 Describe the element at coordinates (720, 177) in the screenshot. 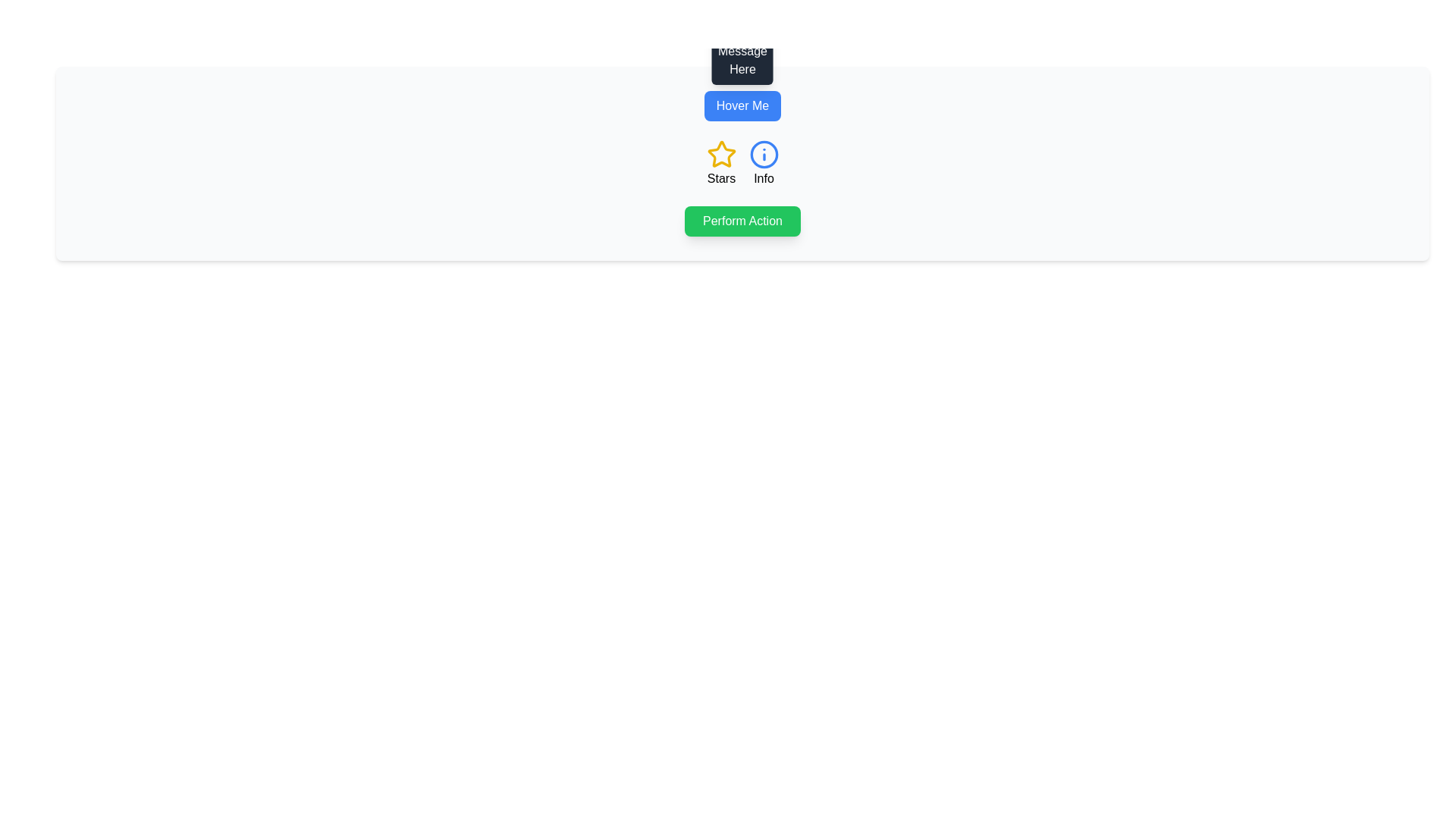

I see `the descriptive text label for the star icon, which provides context to its significance in the interface` at that location.